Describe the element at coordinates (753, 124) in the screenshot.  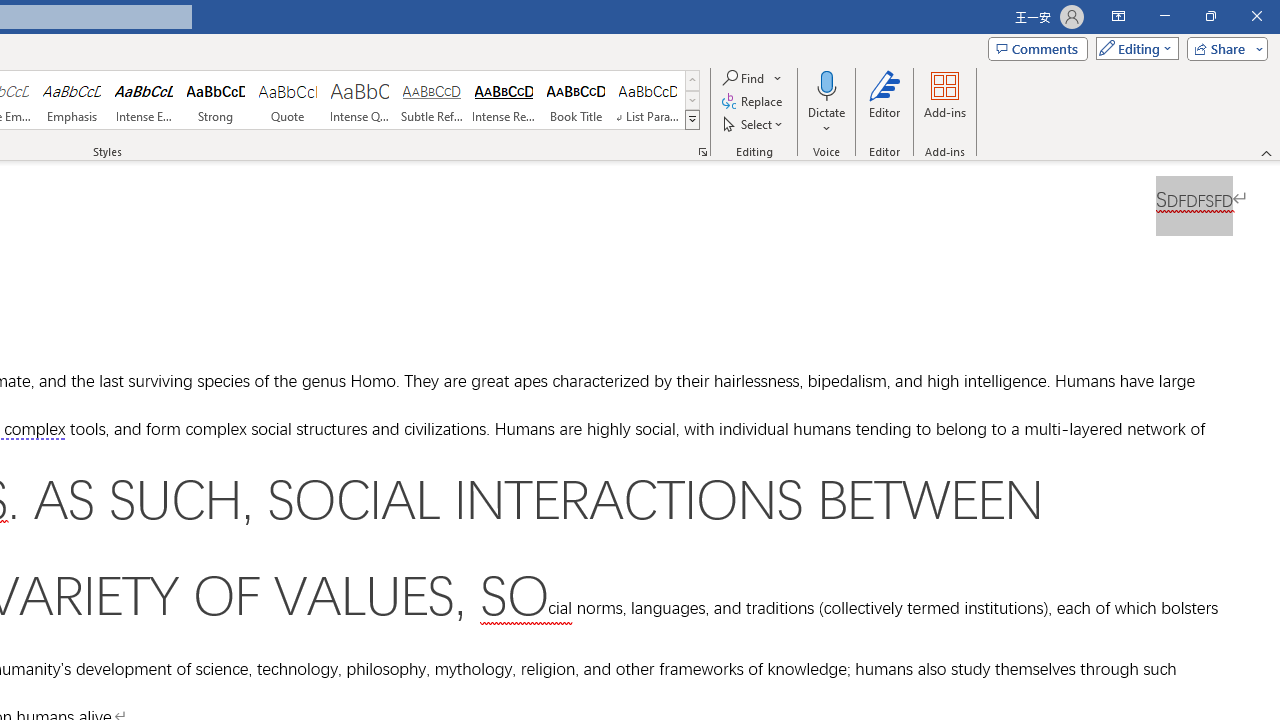
I see `'Select'` at that location.